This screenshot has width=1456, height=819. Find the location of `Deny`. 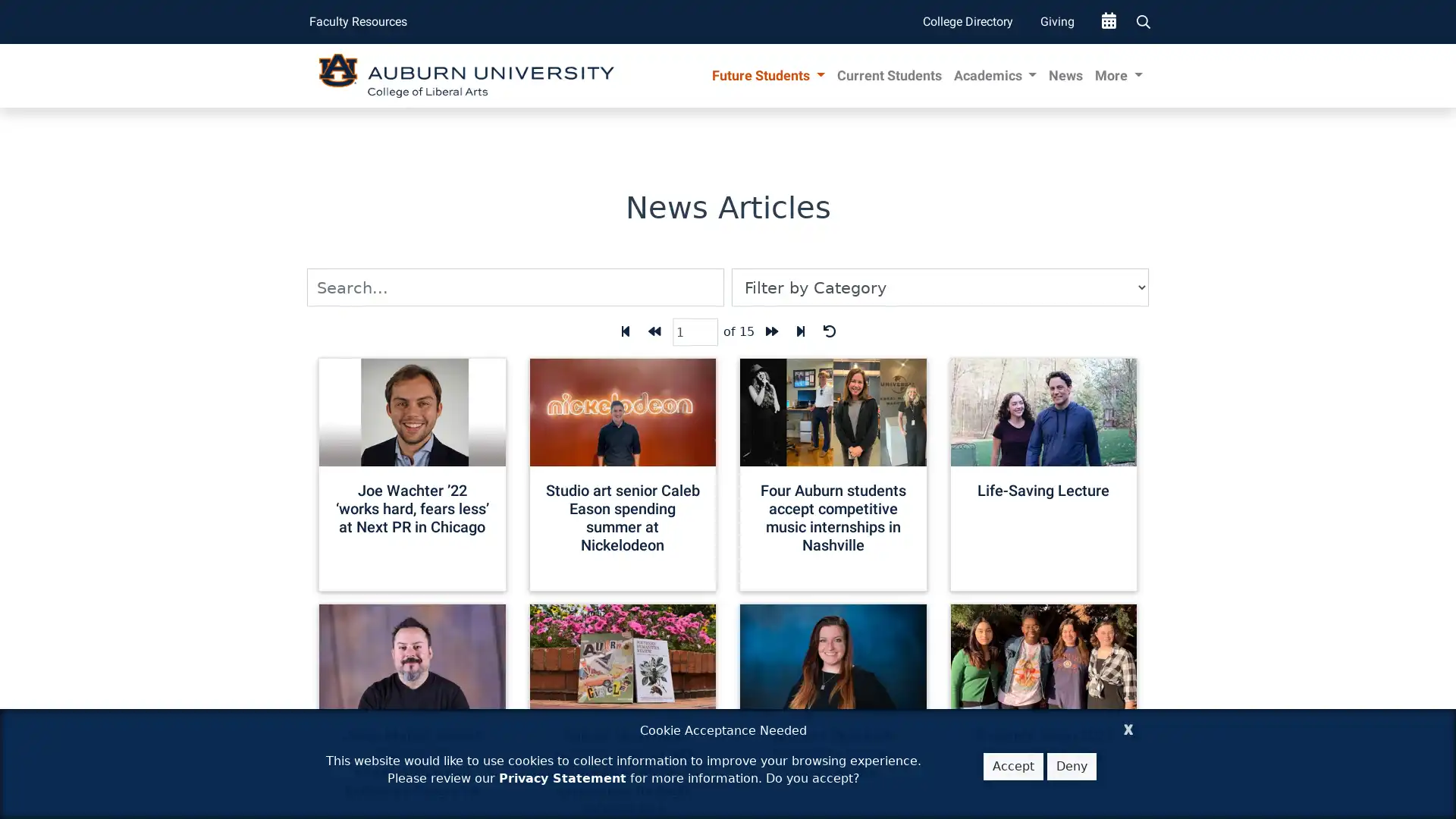

Deny is located at coordinates (1071, 766).